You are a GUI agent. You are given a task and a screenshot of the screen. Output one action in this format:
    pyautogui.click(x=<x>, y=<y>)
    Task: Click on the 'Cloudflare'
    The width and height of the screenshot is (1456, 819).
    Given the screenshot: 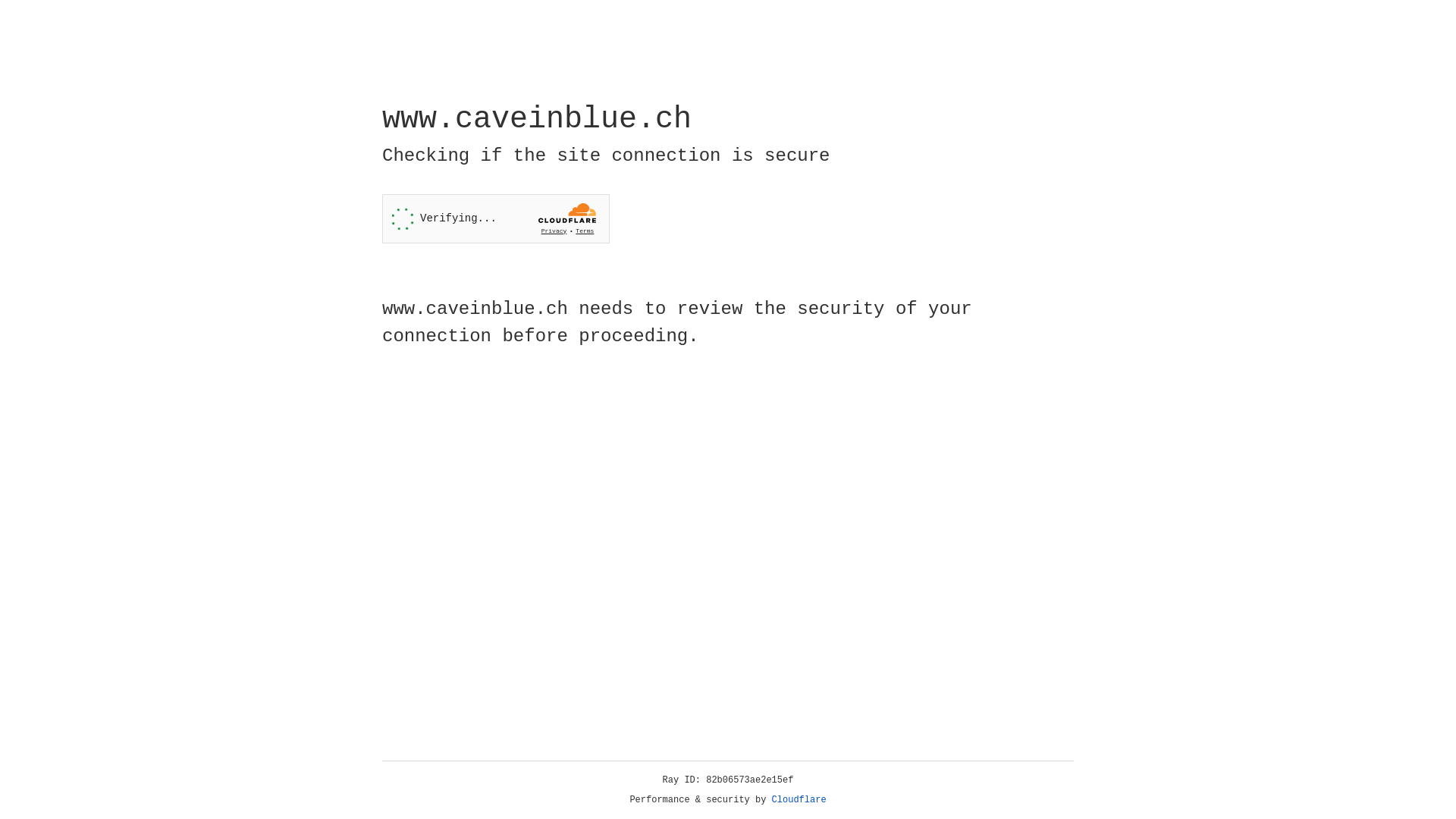 What is the action you would take?
    pyautogui.click(x=799, y=799)
    